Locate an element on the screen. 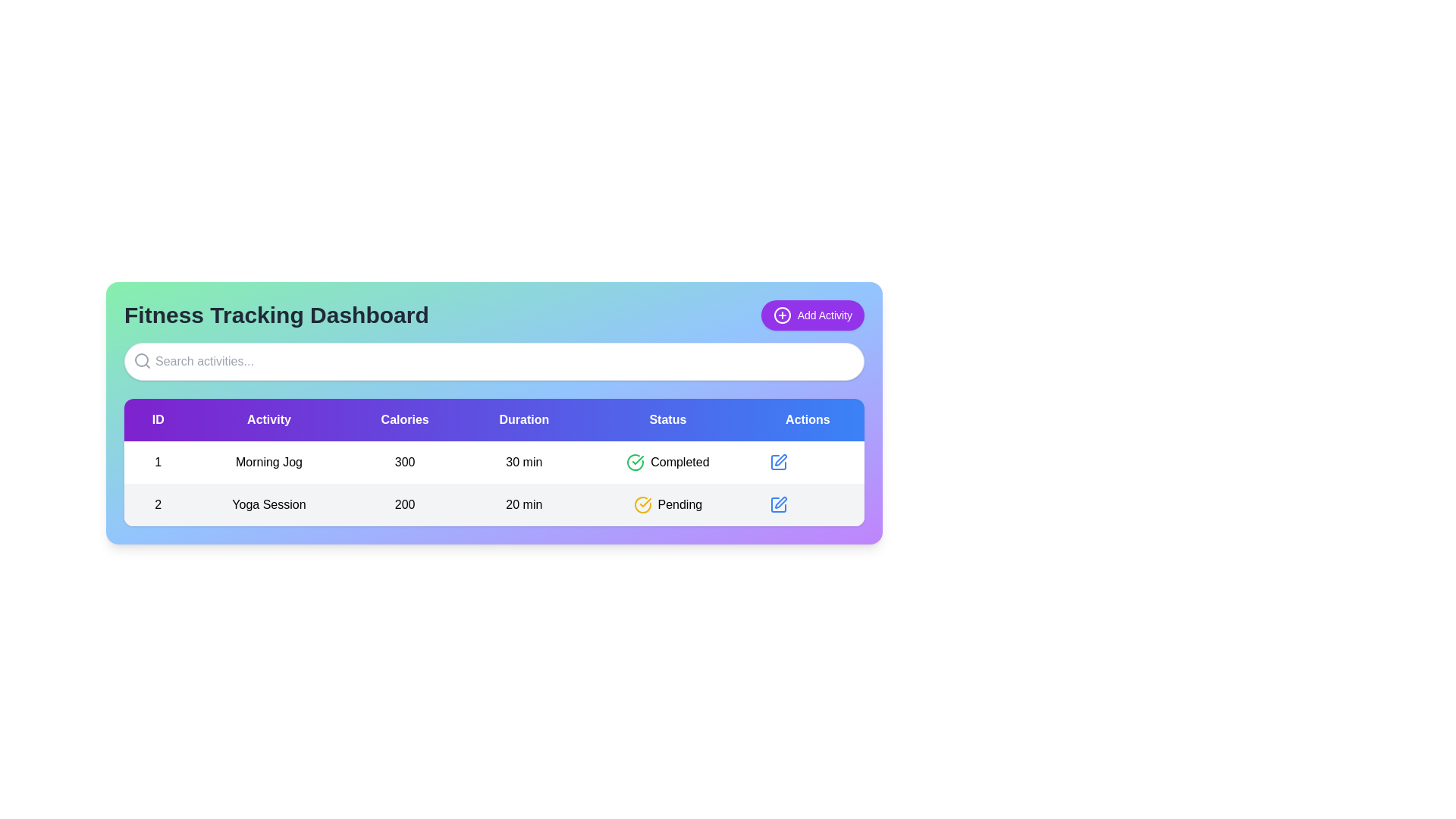 The width and height of the screenshot is (1456, 819). Text label in the second column of the table header row that indicates activities, located between the 'ID' and 'Calories' labels is located at coordinates (269, 420).